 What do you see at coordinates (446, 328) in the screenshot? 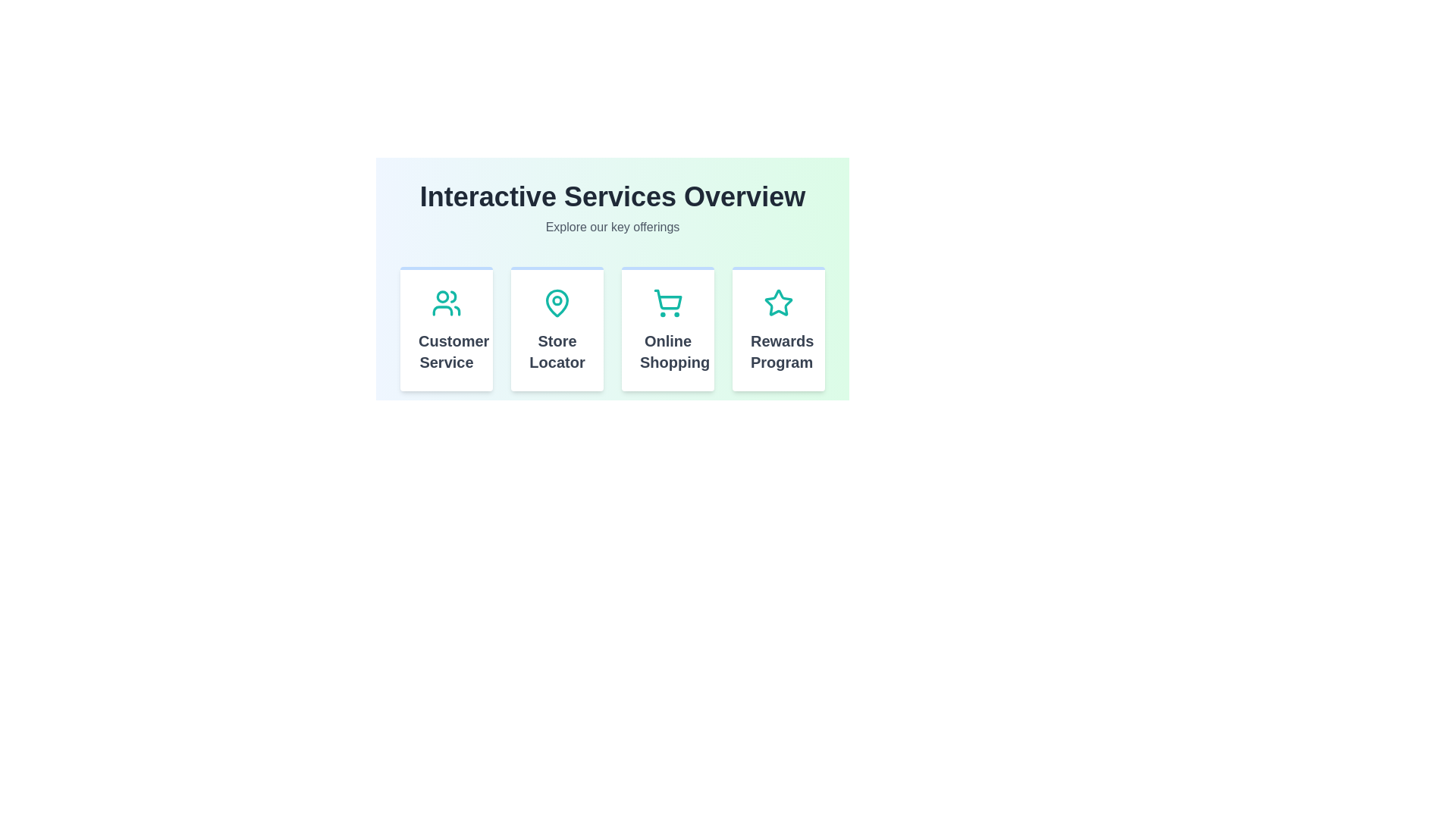
I see `the 'Customer Service' Interactive Card, which features a white background, rounded corners, and an icon of two user silhouettes in teal color` at bounding box center [446, 328].